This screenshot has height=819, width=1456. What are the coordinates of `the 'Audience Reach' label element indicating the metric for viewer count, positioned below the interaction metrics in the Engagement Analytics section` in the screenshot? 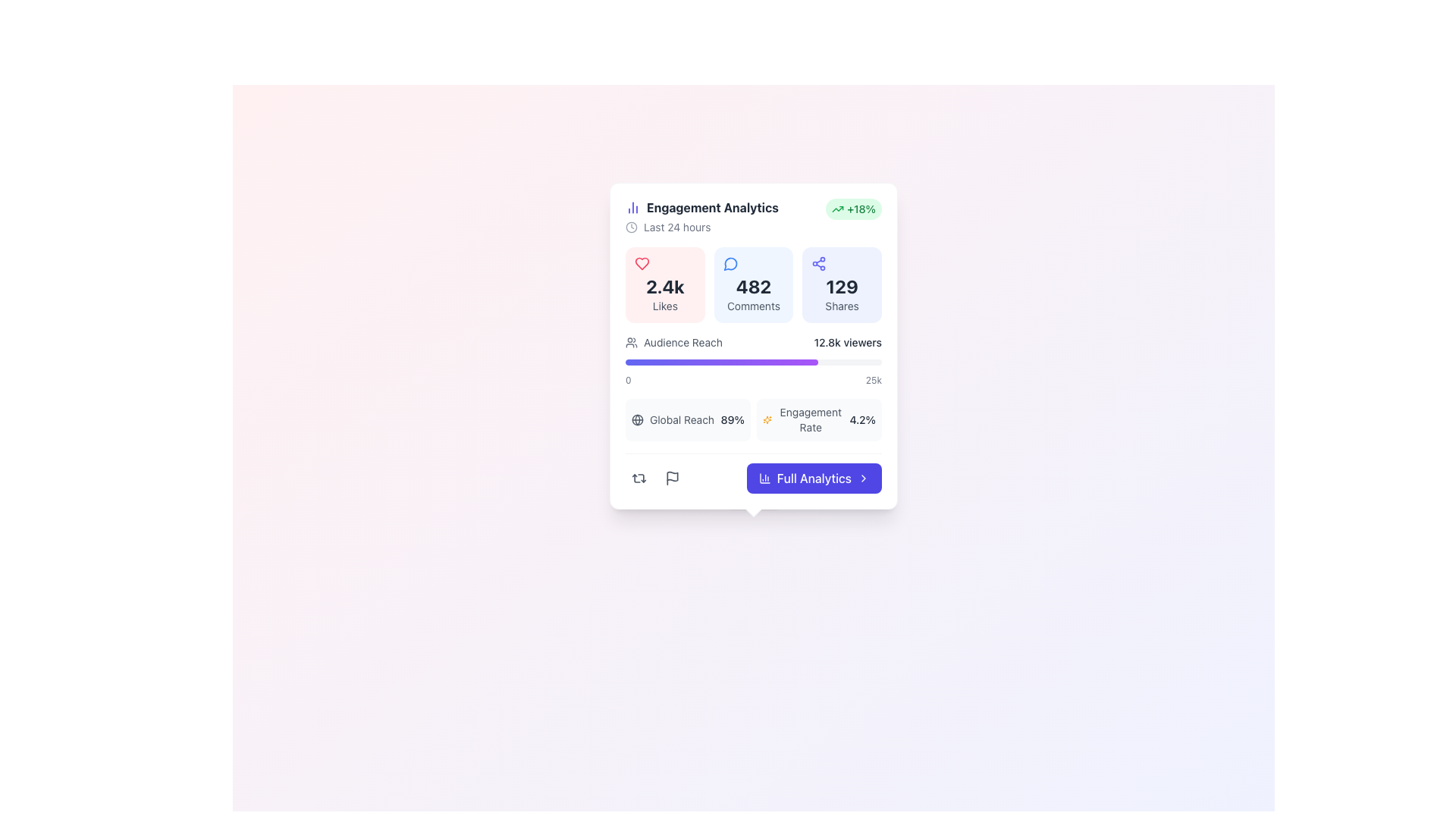 It's located at (673, 342).